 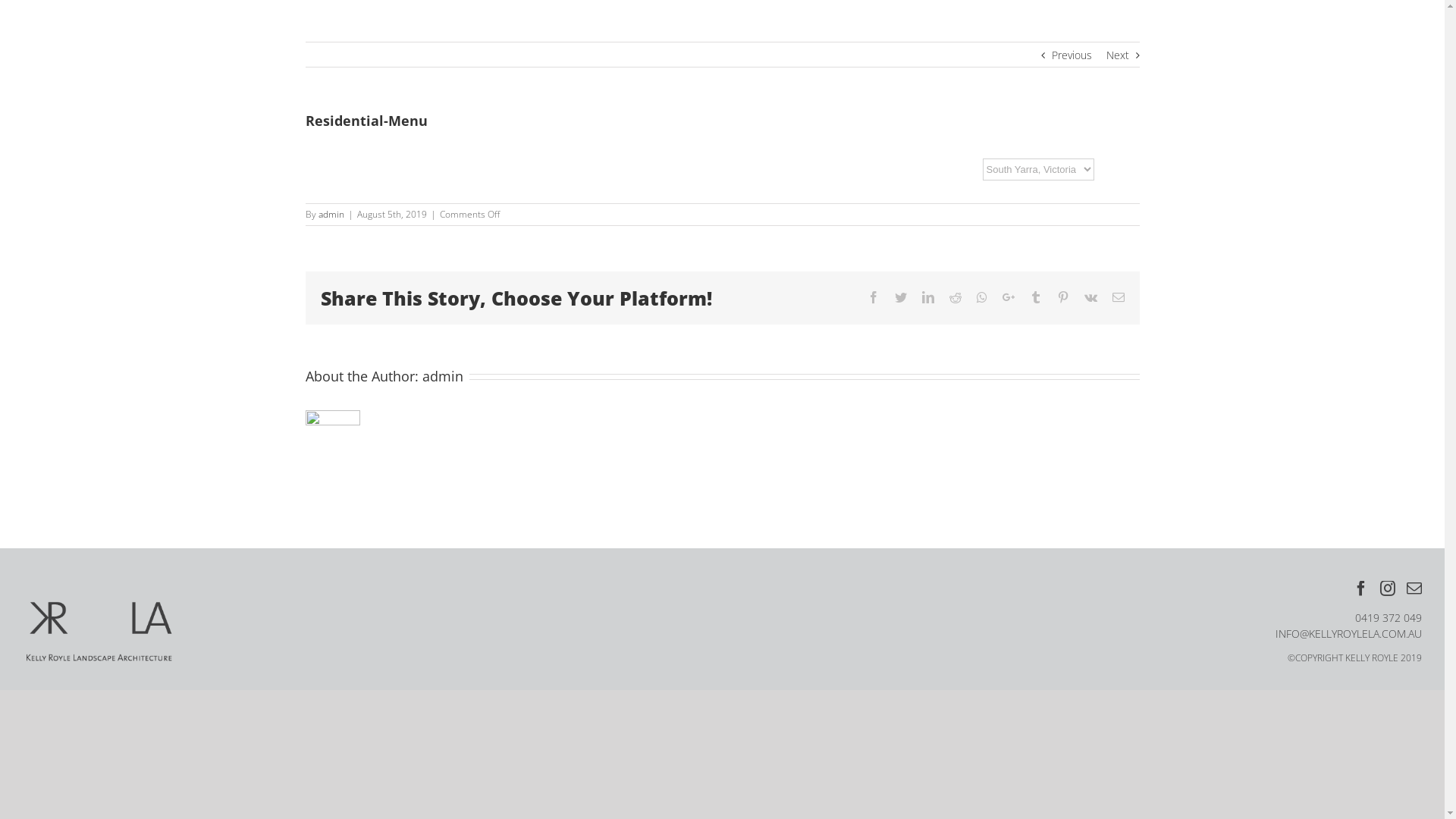 I want to click on 'admin', so click(x=441, y=375).